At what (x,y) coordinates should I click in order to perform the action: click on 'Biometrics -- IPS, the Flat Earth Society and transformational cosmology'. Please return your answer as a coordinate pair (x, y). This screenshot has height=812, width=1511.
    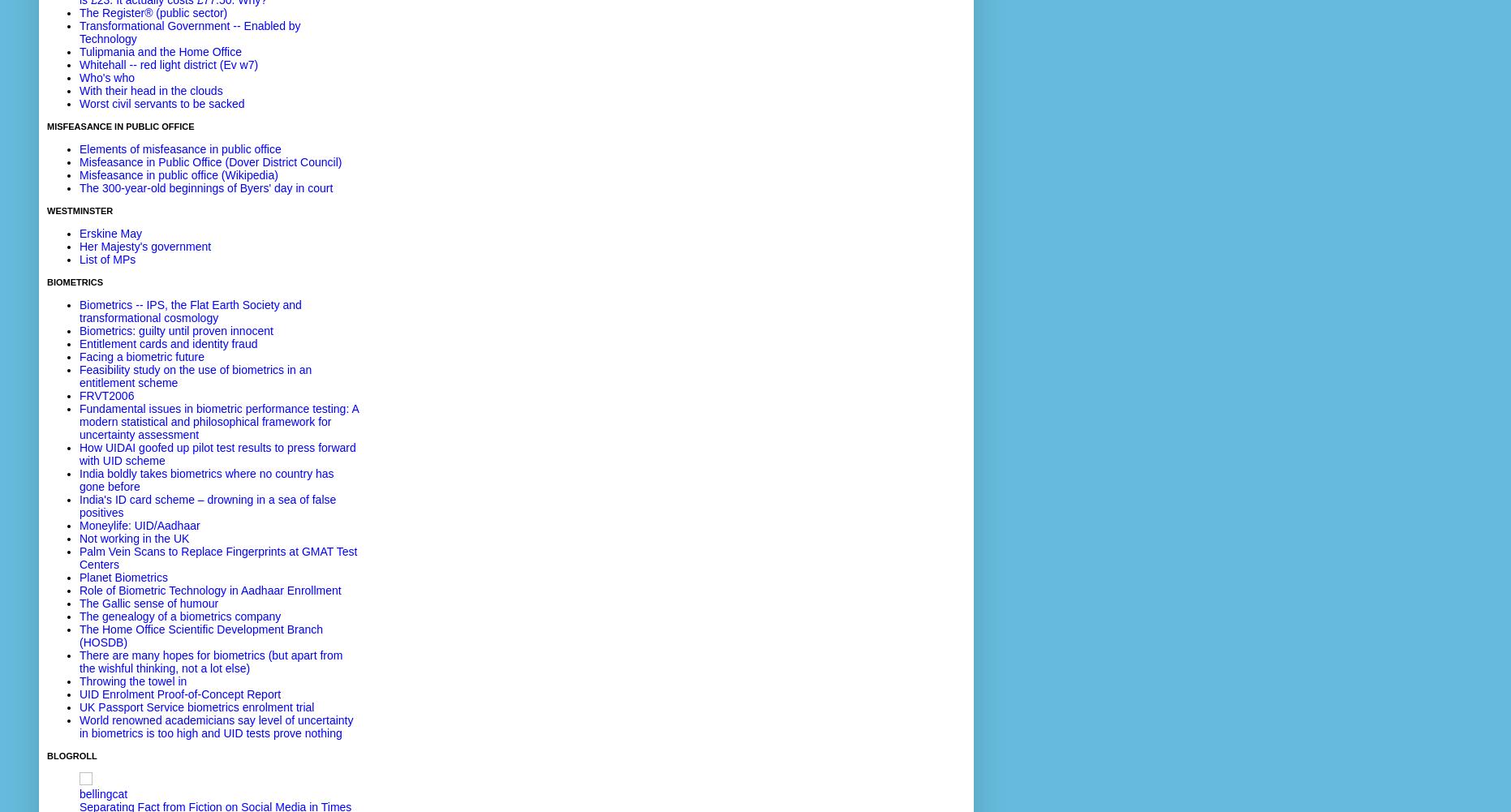
    Looking at the image, I should click on (79, 310).